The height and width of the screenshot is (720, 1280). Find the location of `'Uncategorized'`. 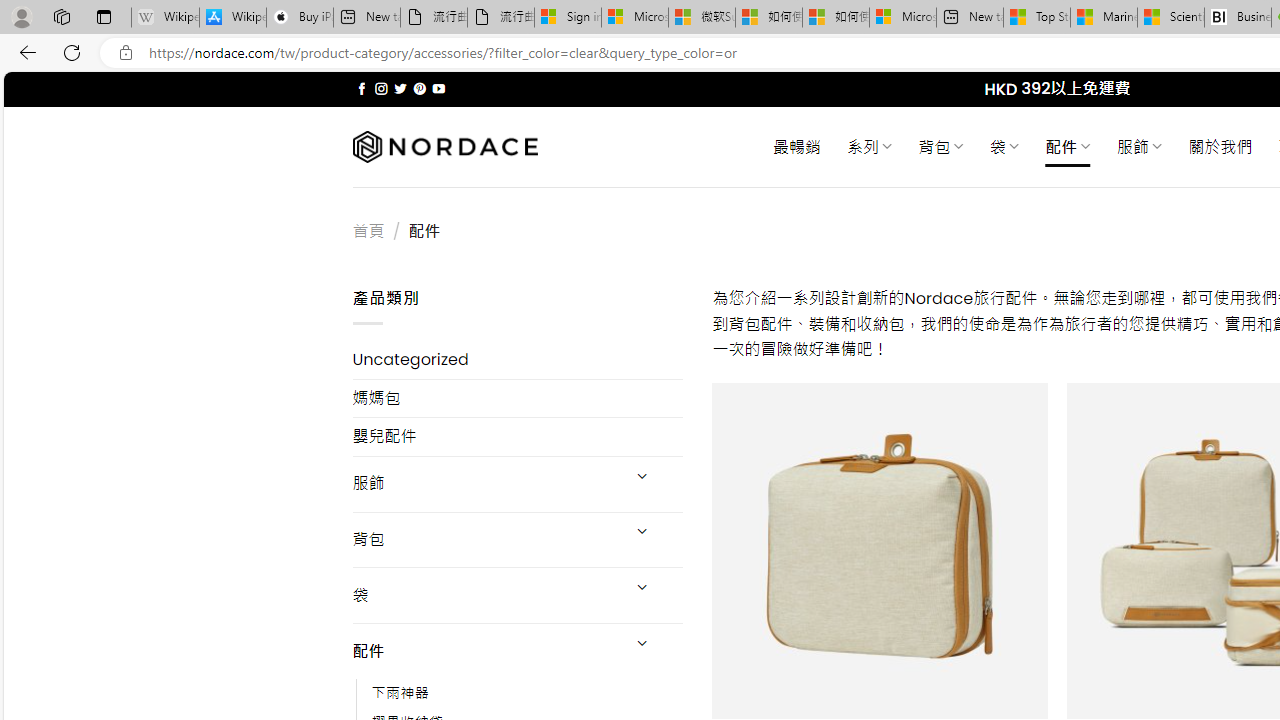

'Uncategorized' is located at coordinates (517, 360).